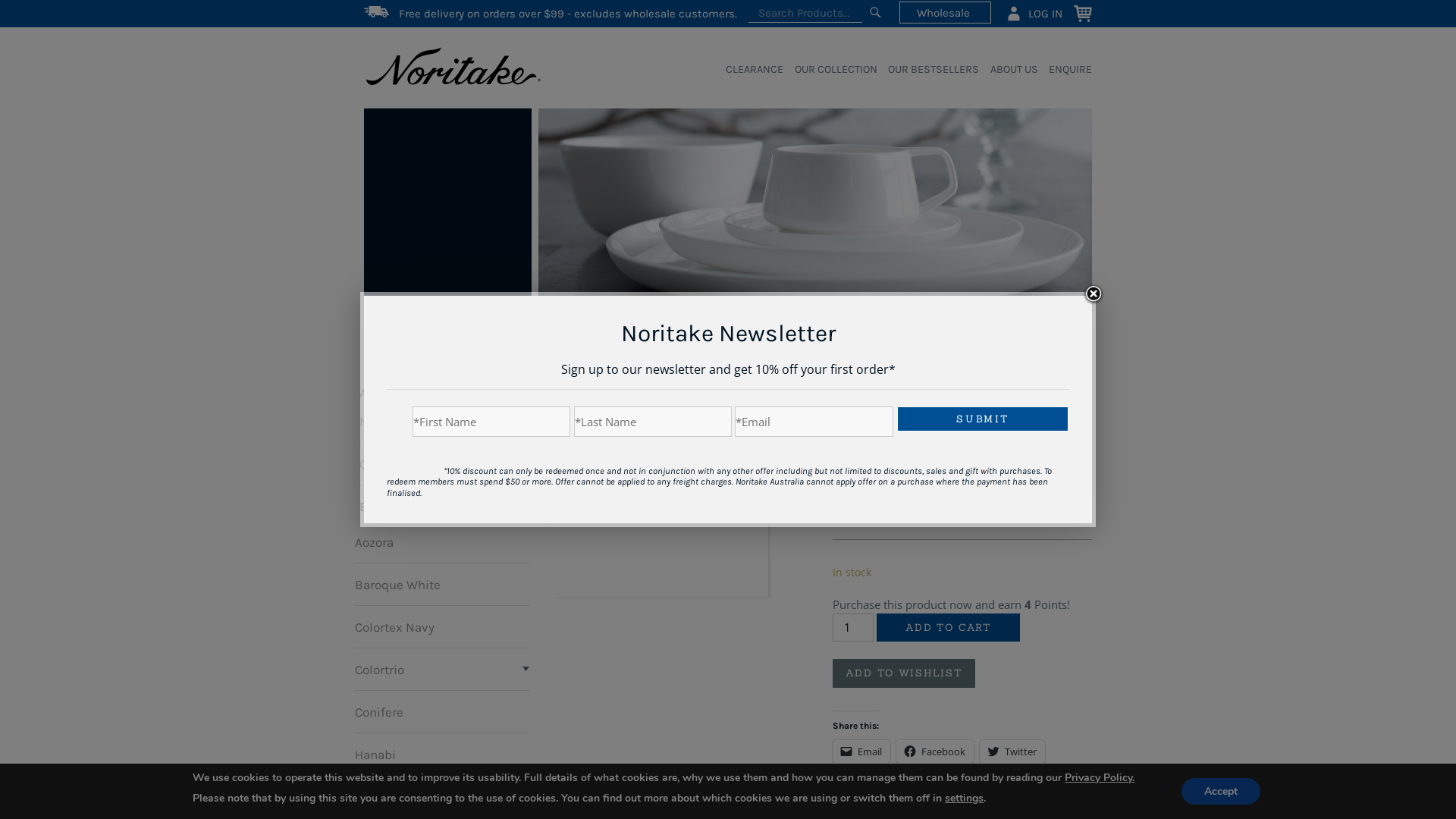 The height and width of the screenshot is (819, 1456). I want to click on 'ABOUT US', so click(1008, 70).